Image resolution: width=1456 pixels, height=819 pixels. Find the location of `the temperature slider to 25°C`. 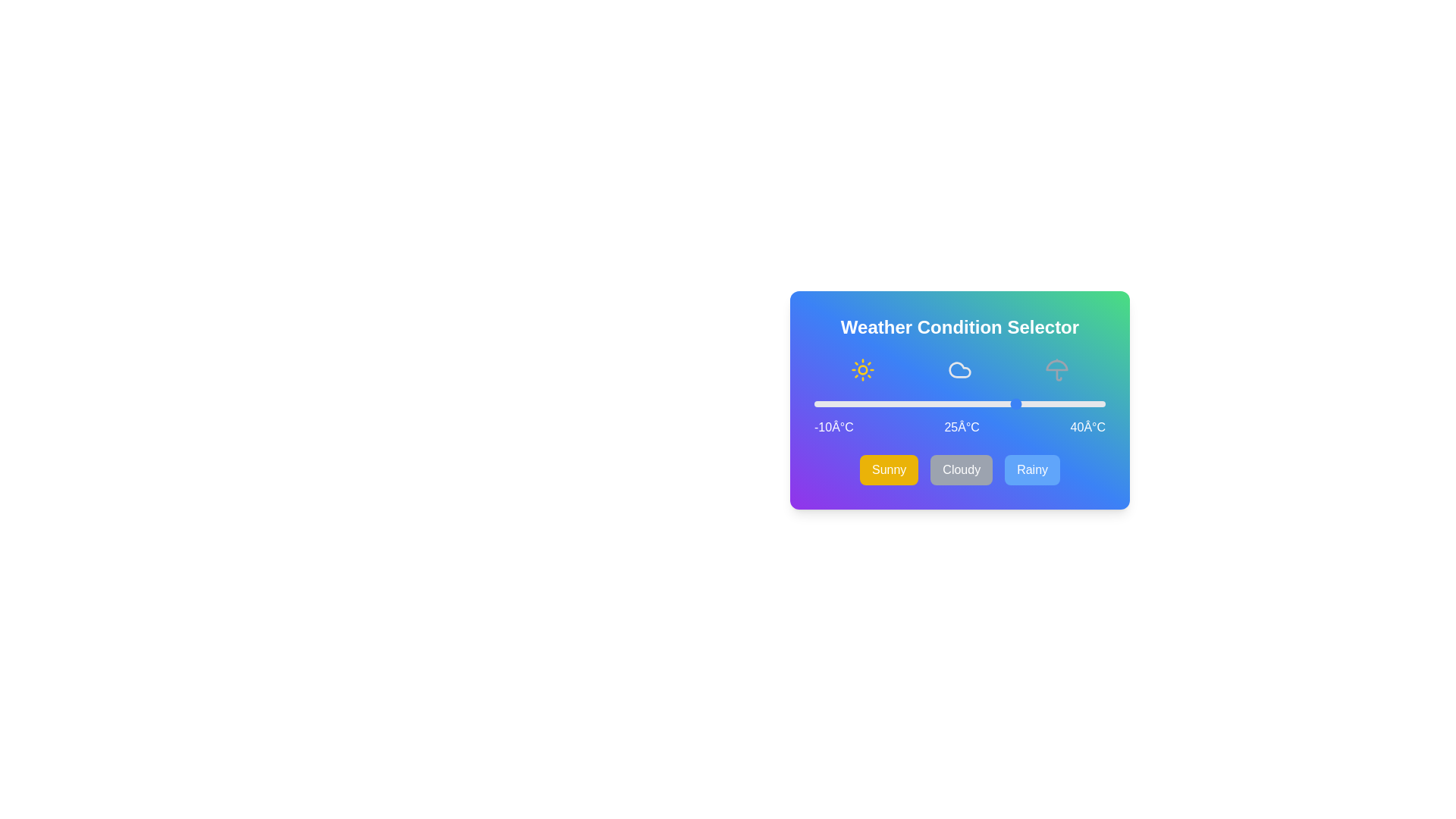

the temperature slider to 25°C is located at coordinates (1018, 403).